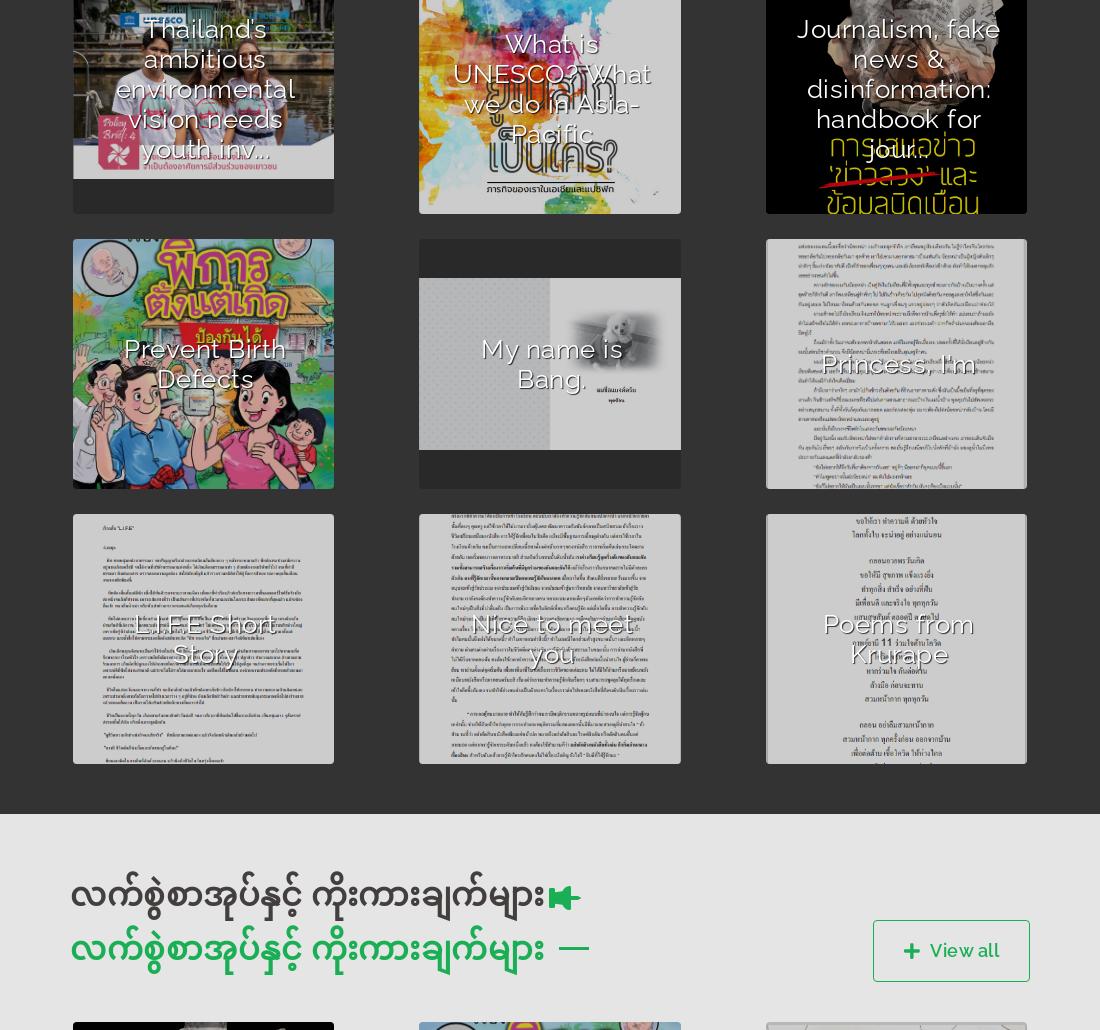 The width and height of the screenshot is (1100, 1030). What do you see at coordinates (204, 362) in the screenshot?
I see `'Prevent Birth Defects'` at bounding box center [204, 362].